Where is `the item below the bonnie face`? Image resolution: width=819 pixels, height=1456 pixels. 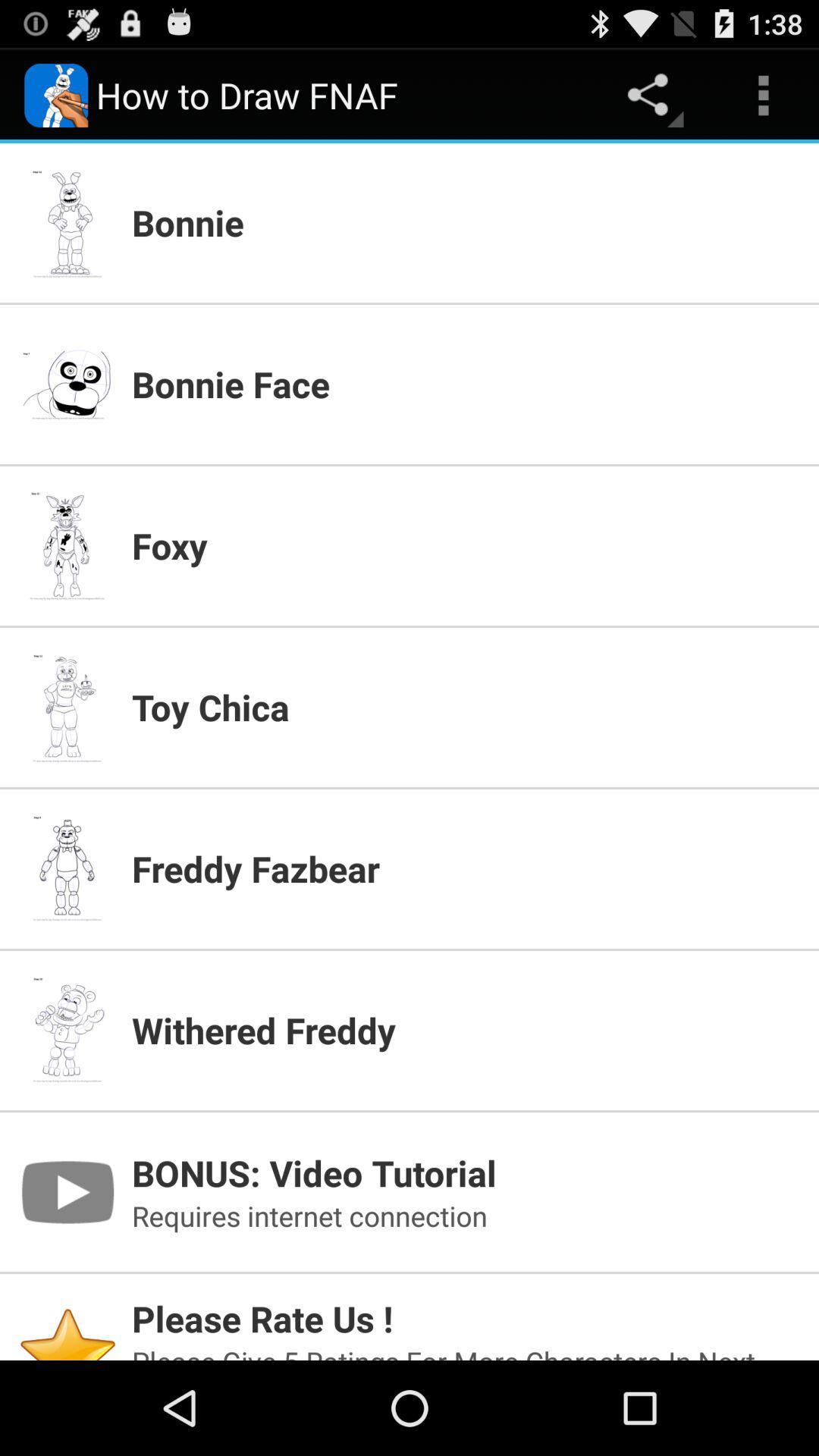 the item below the bonnie face is located at coordinates (465, 545).